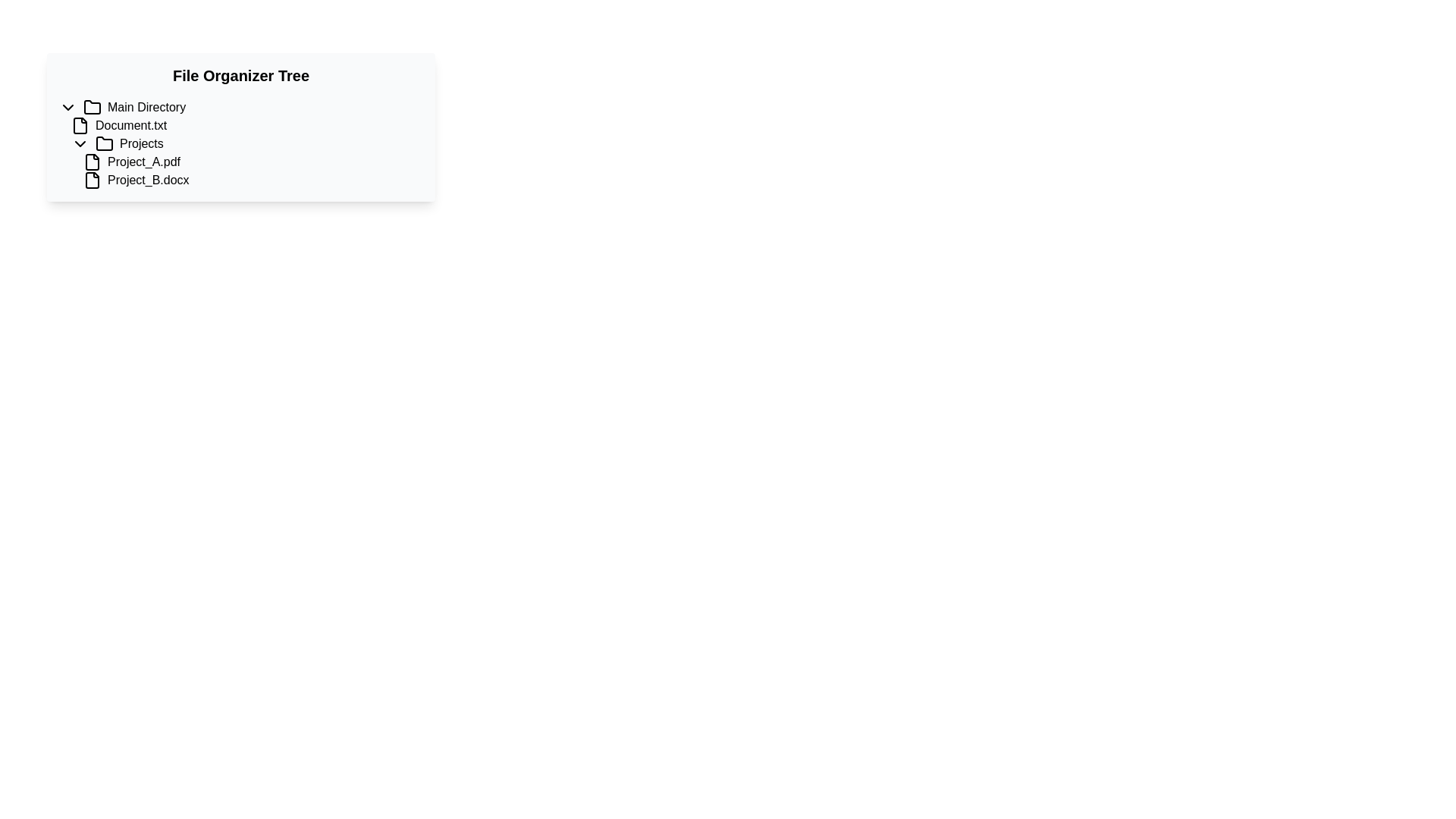 The width and height of the screenshot is (1456, 819). Describe the element at coordinates (253, 180) in the screenshot. I see `the file item representation for 'Project_B.docx' located under the 'Projects' folder in the file tree` at that location.